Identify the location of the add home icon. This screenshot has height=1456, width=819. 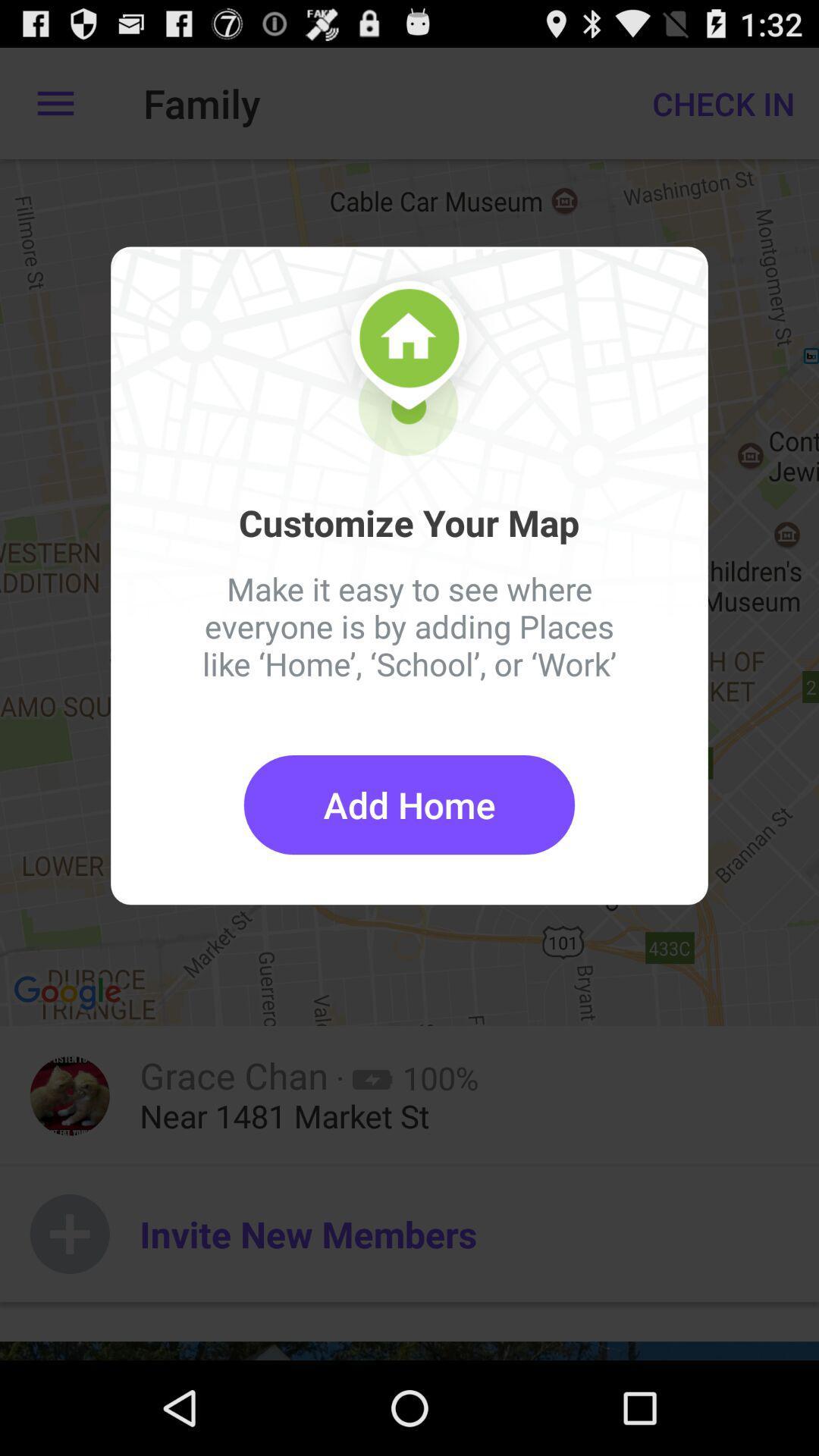
(409, 804).